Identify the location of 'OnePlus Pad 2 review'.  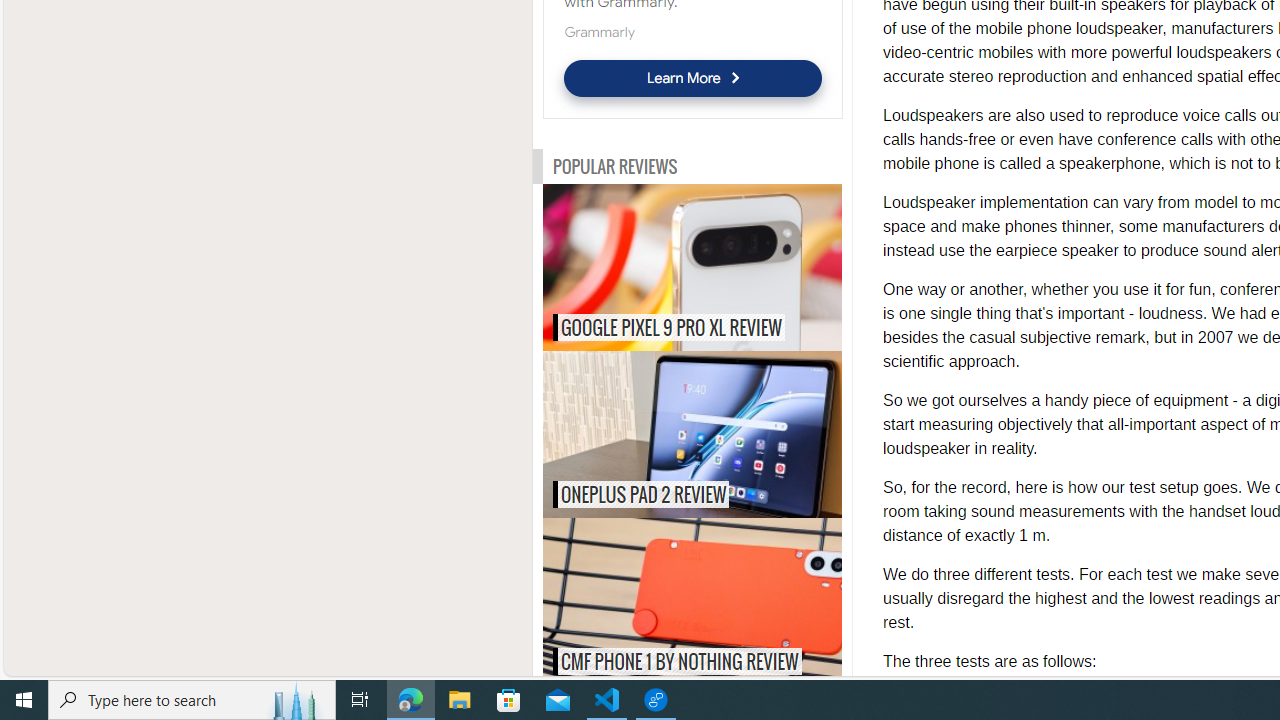
(733, 433).